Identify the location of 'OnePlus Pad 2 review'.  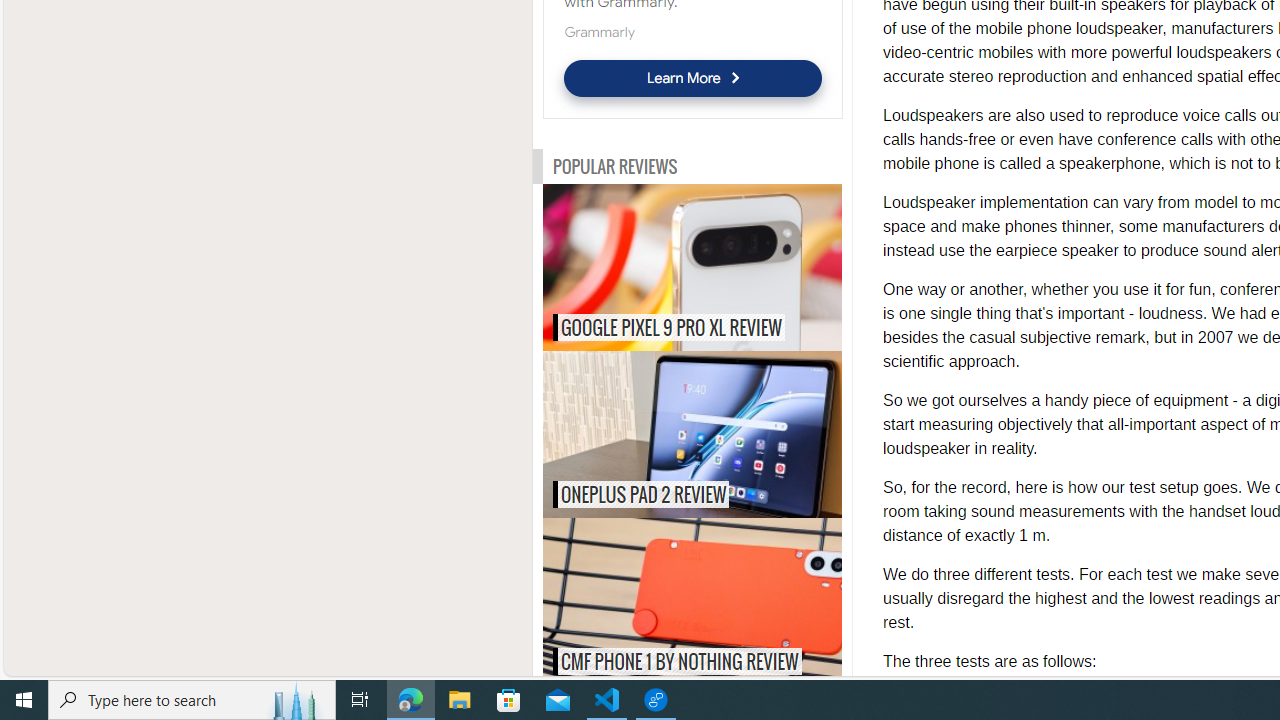
(733, 433).